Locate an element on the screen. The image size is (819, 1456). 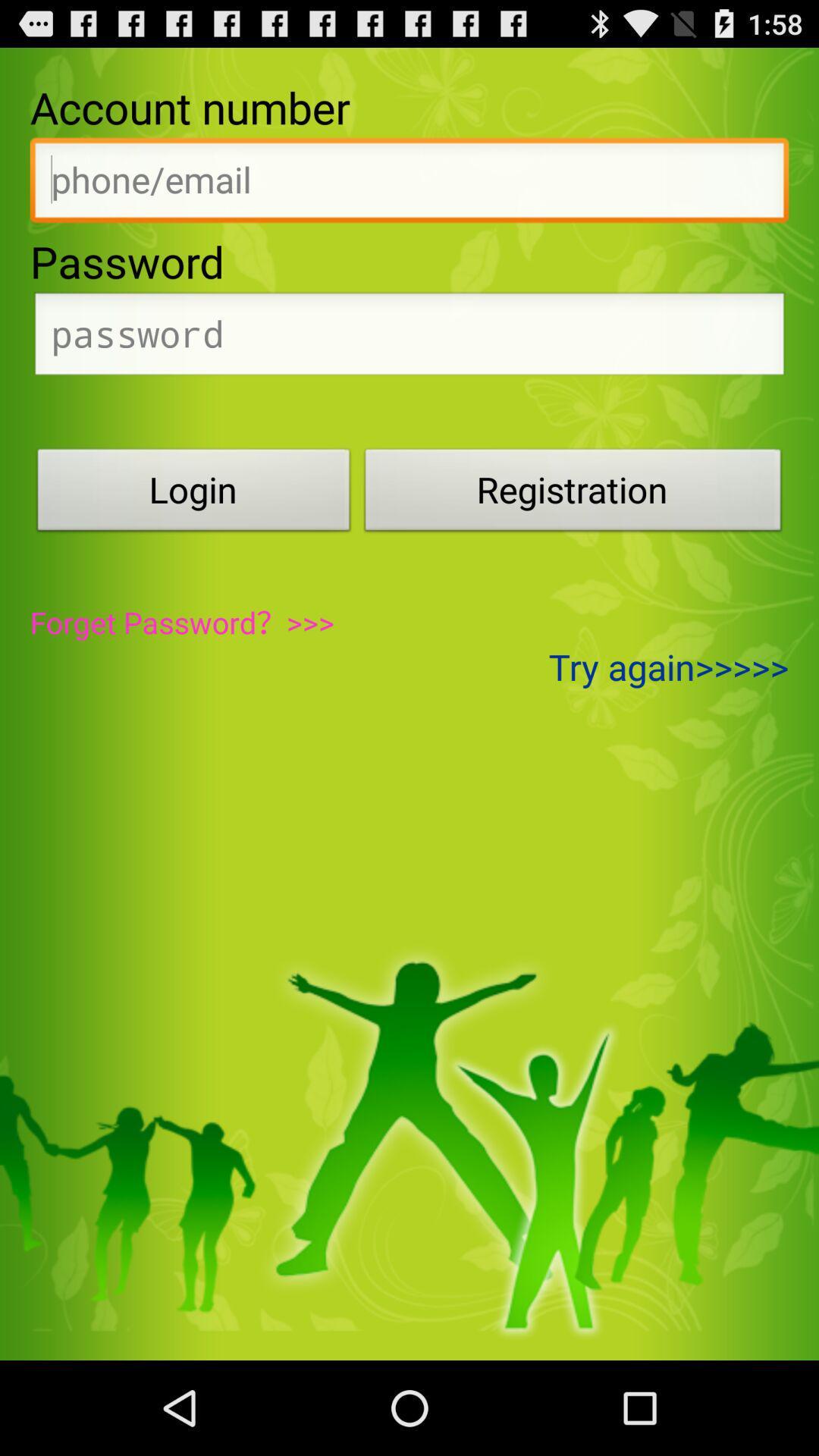
the item next to try again>>>>> item is located at coordinates (181, 622).